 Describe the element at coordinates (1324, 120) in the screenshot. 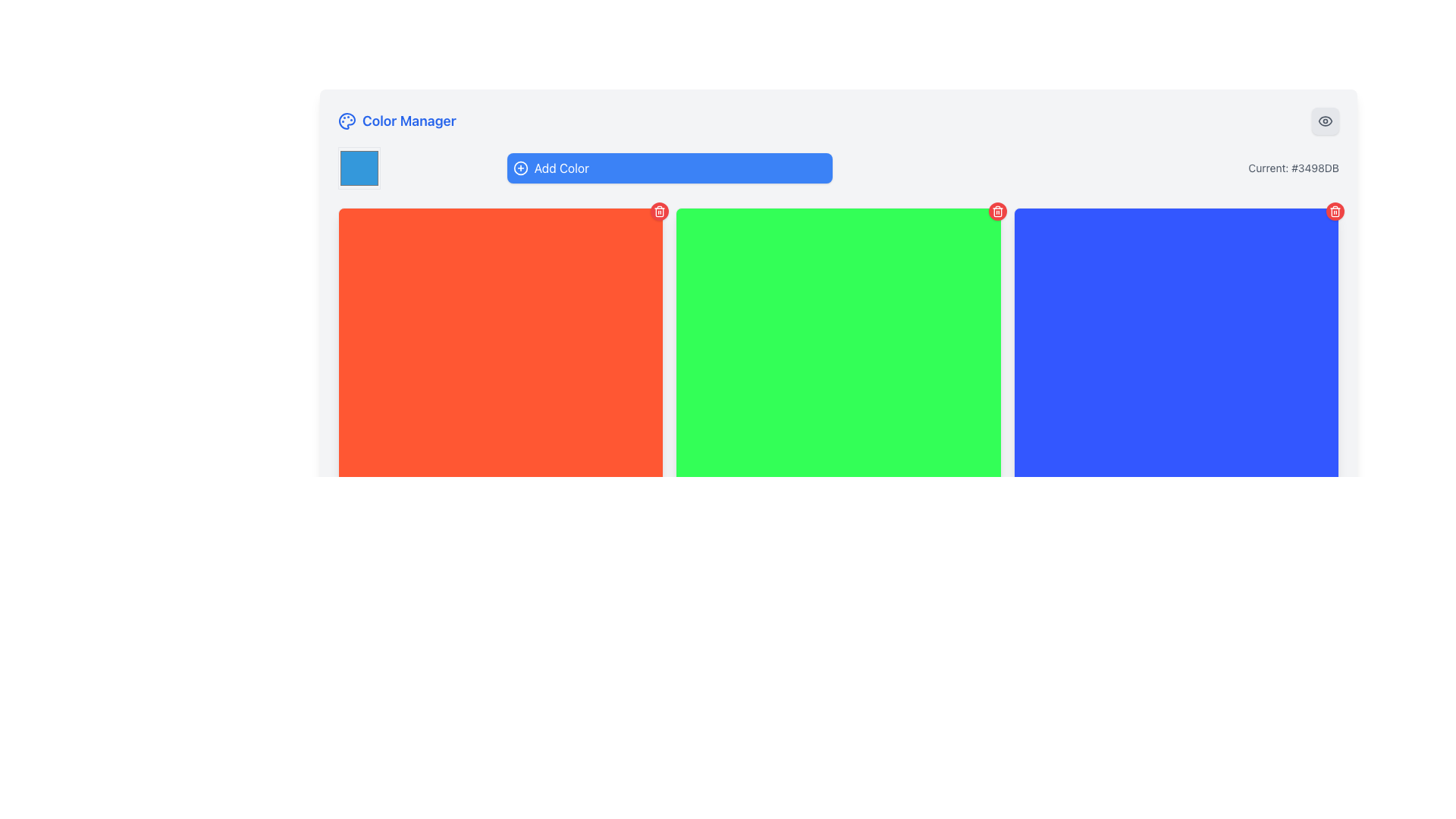

I see `the visibility SVG icon located in the top-right corner of the application header, which is styled with rounded corners and a light gray background` at that location.